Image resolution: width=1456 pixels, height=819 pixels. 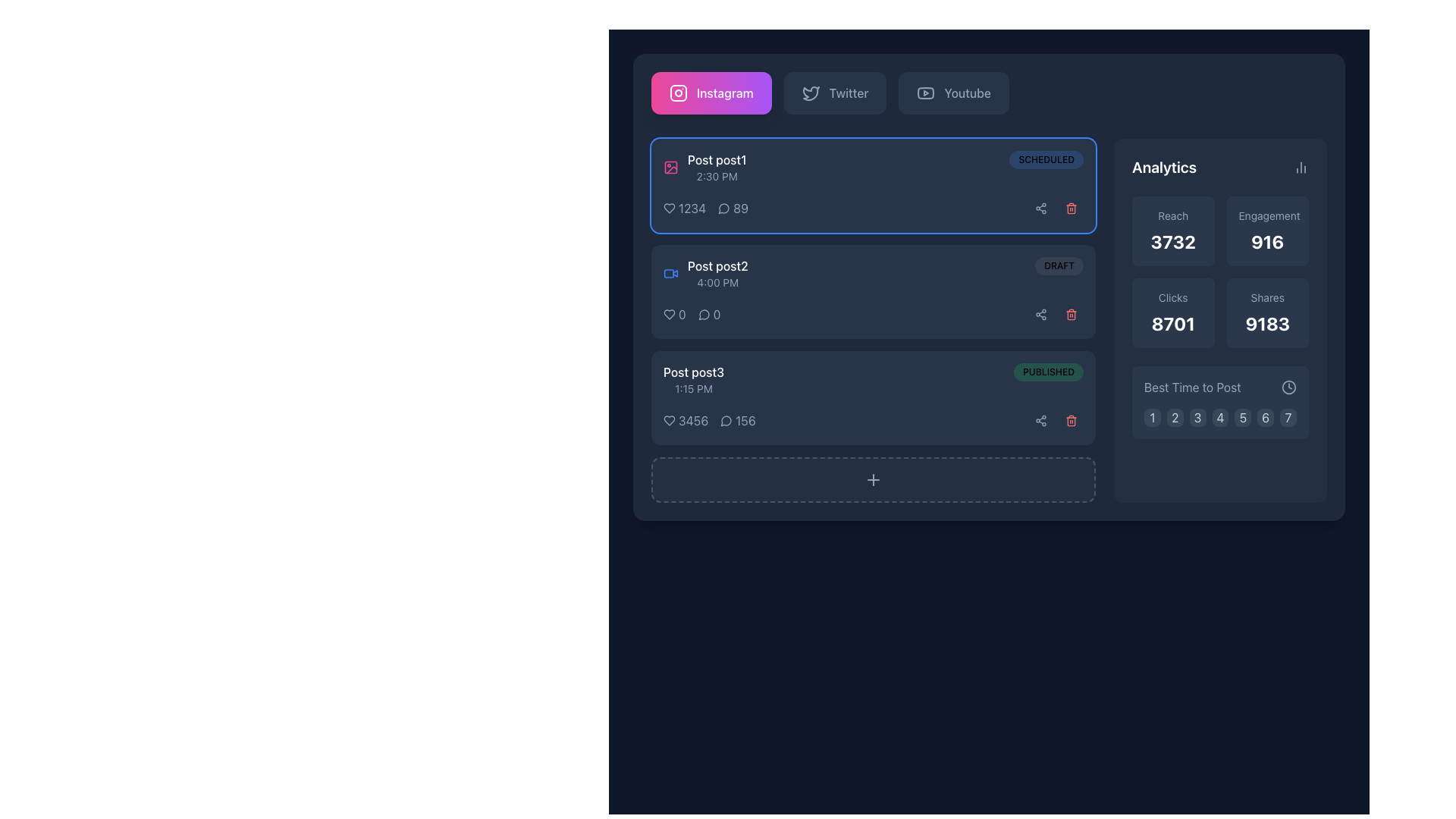 I want to click on the 'delete' icon button located on the right-hand side of the 'Post post3' entry, so click(x=1070, y=421).